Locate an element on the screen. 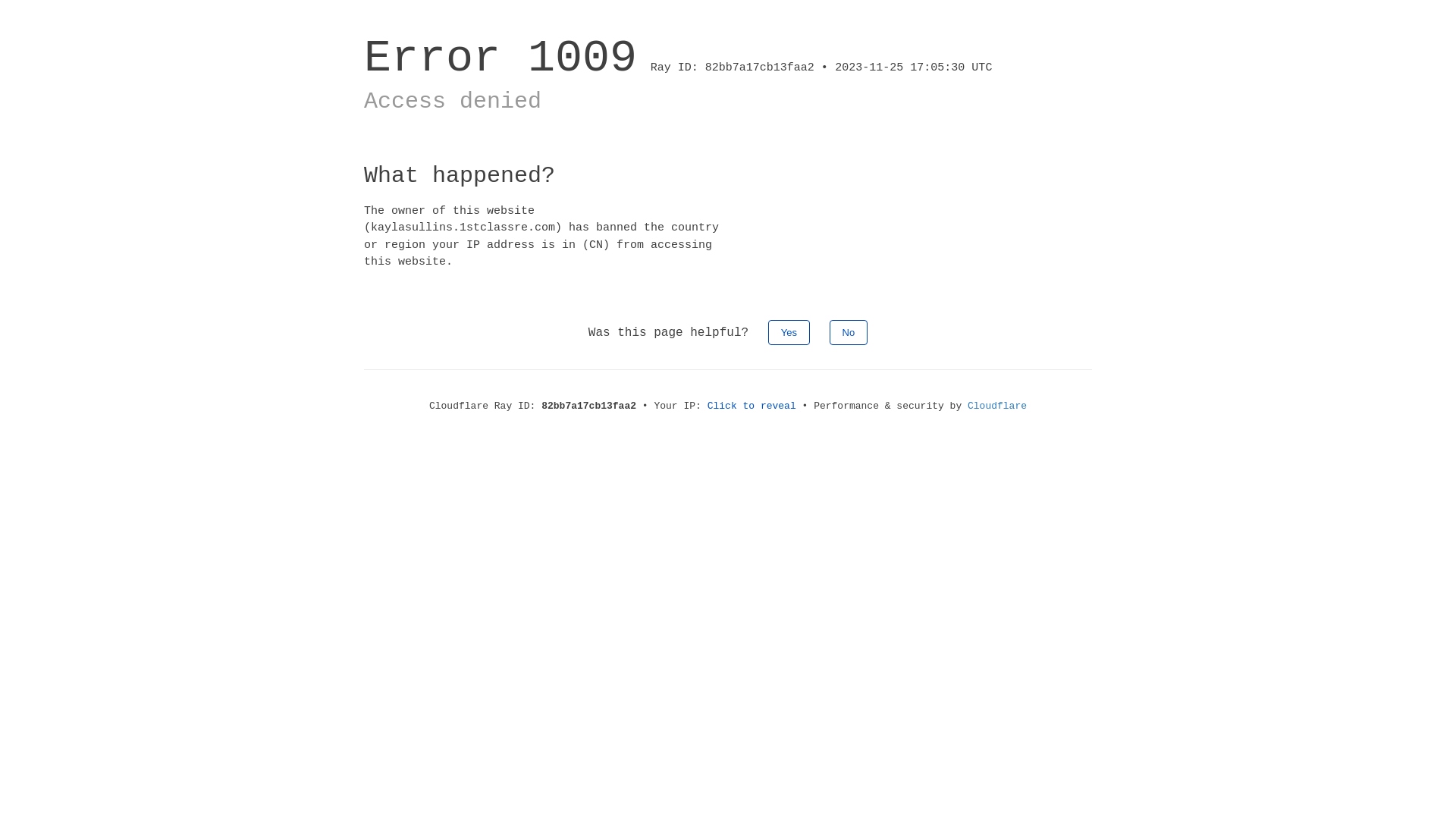 This screenshot has width=1456, height=819. 'Click to reveal' is located at coordinates (752, 405).